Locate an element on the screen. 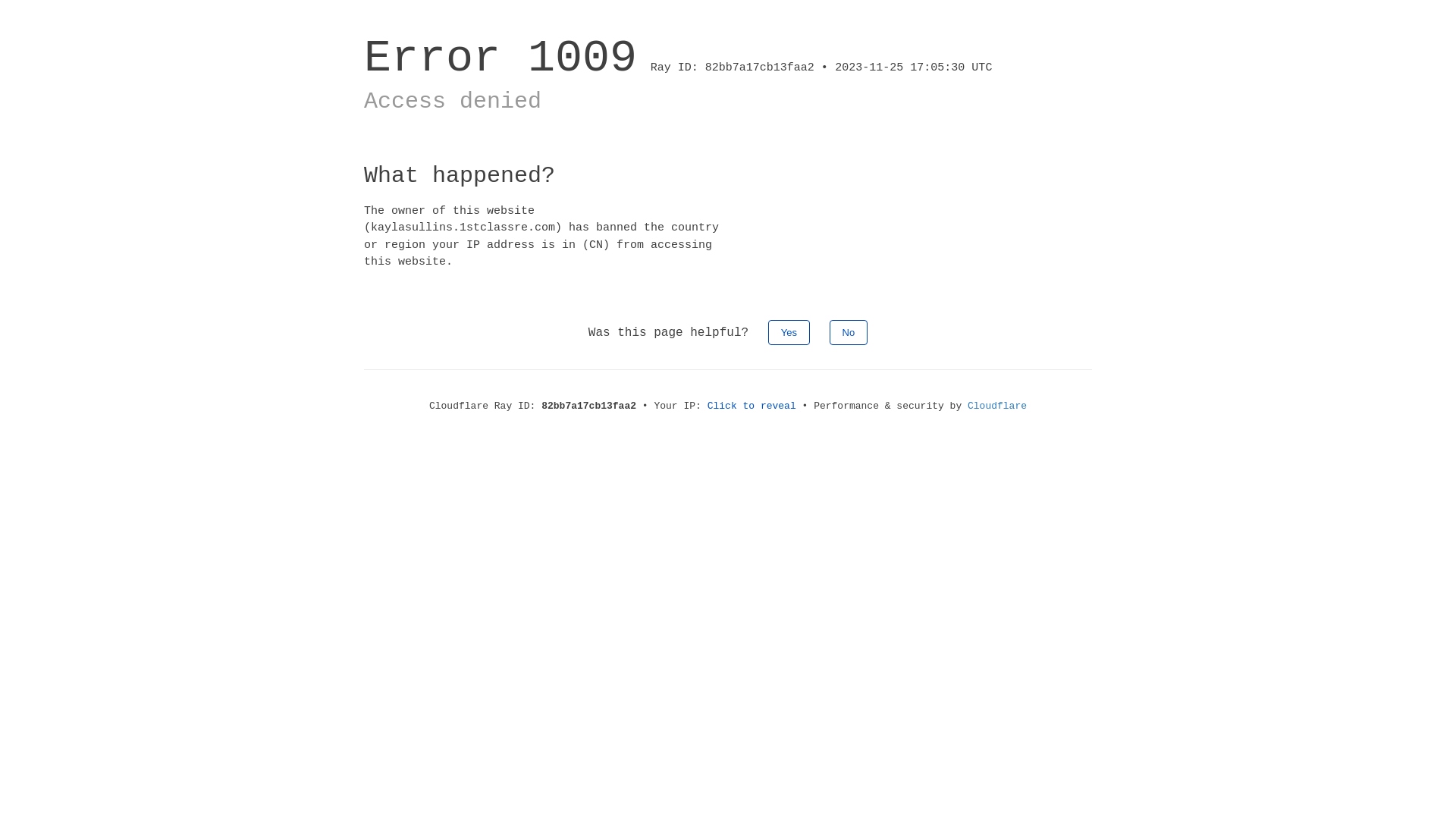 This screenshot has width=1456, height=819. 'Click to reveal' is located at coordinates (752, 405).